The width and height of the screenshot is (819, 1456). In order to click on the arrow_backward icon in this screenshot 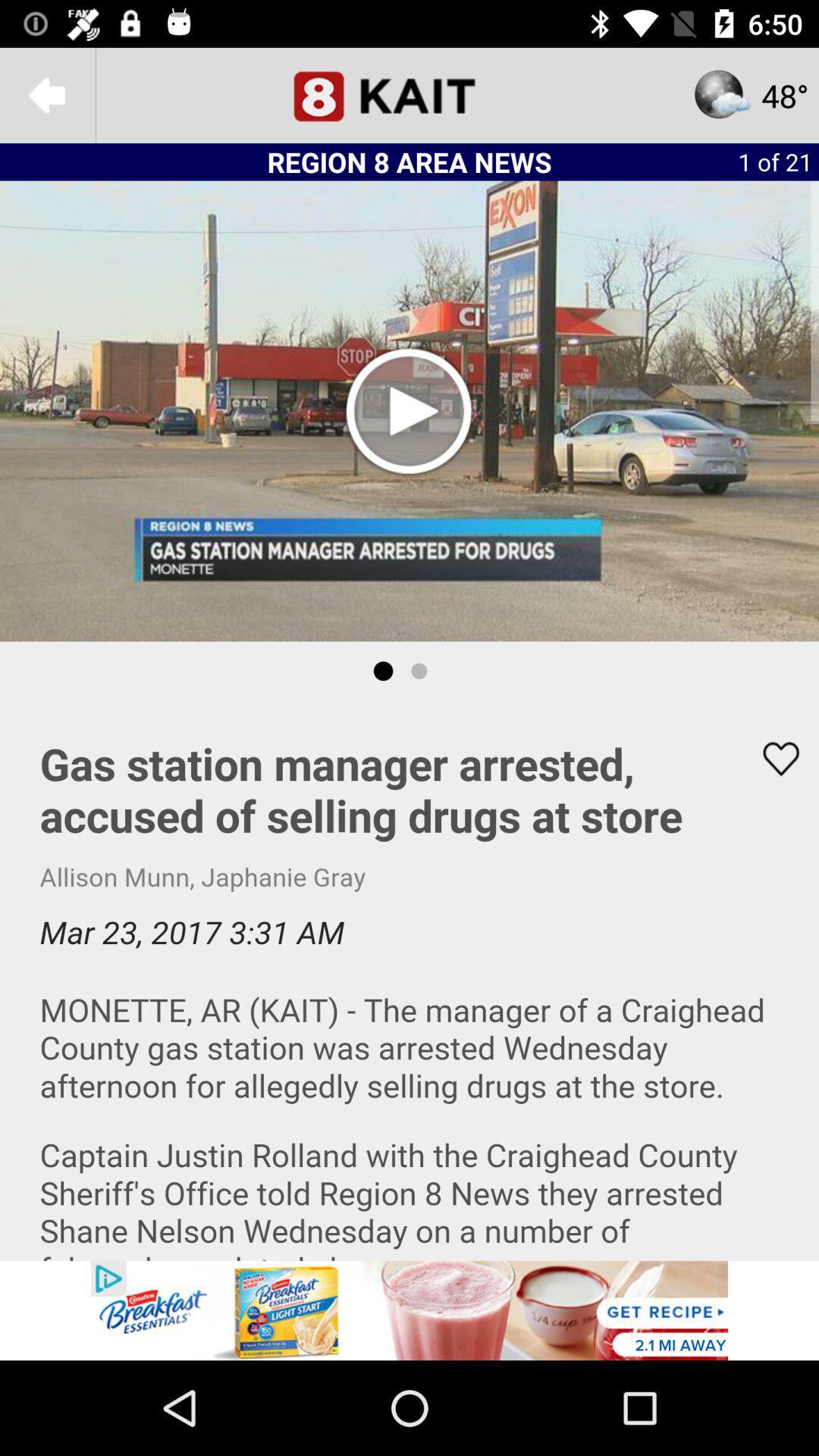, I will do `click(46, 94)`.